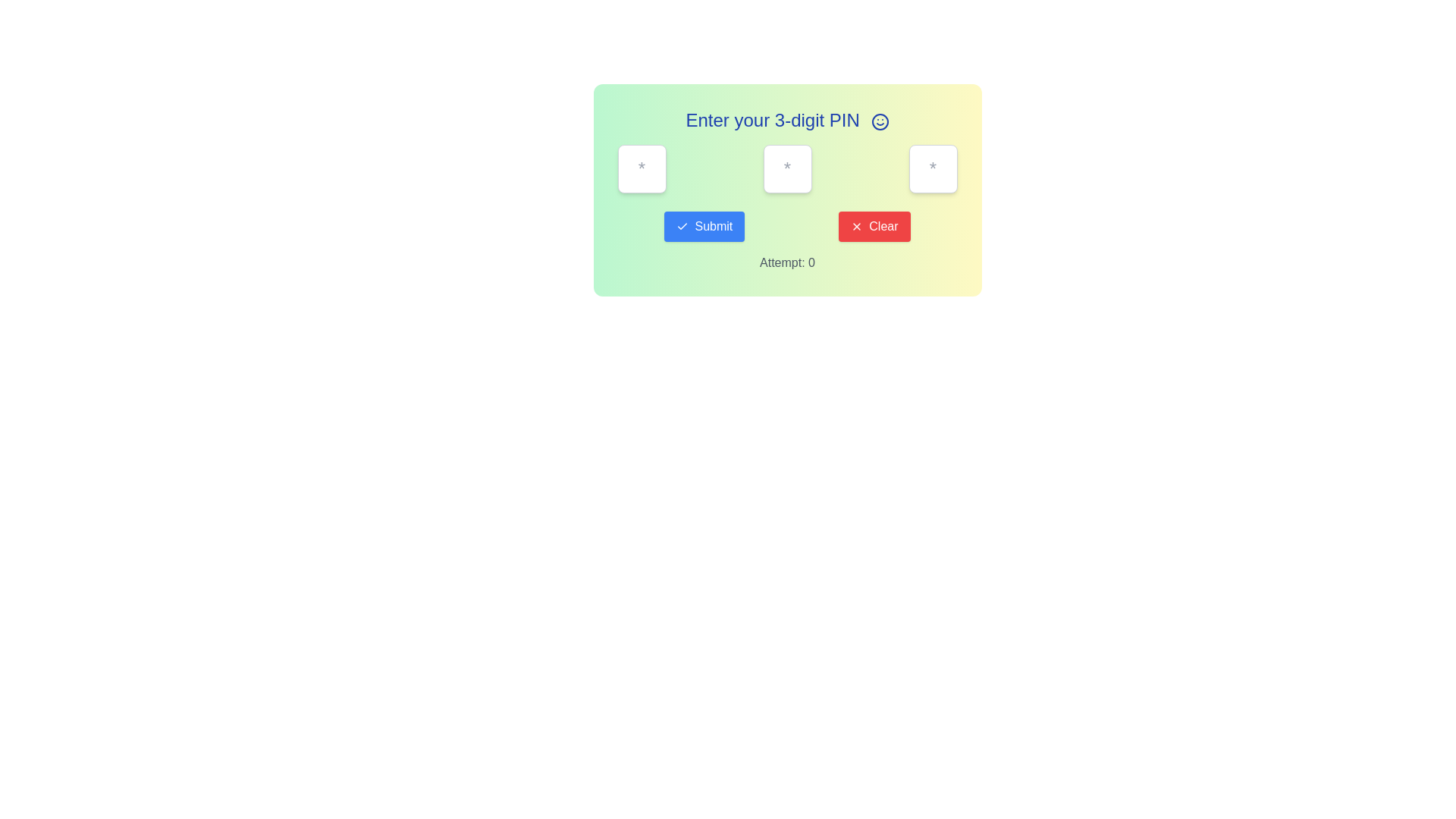  Describe the element at coordinates (787, 262) in the screenshot. I see `the text label displaying 'Attempt: 0', which is styled with light gray text and is located at the bottom of the card-like interactive area, below the submit and clear buttons` at that location.